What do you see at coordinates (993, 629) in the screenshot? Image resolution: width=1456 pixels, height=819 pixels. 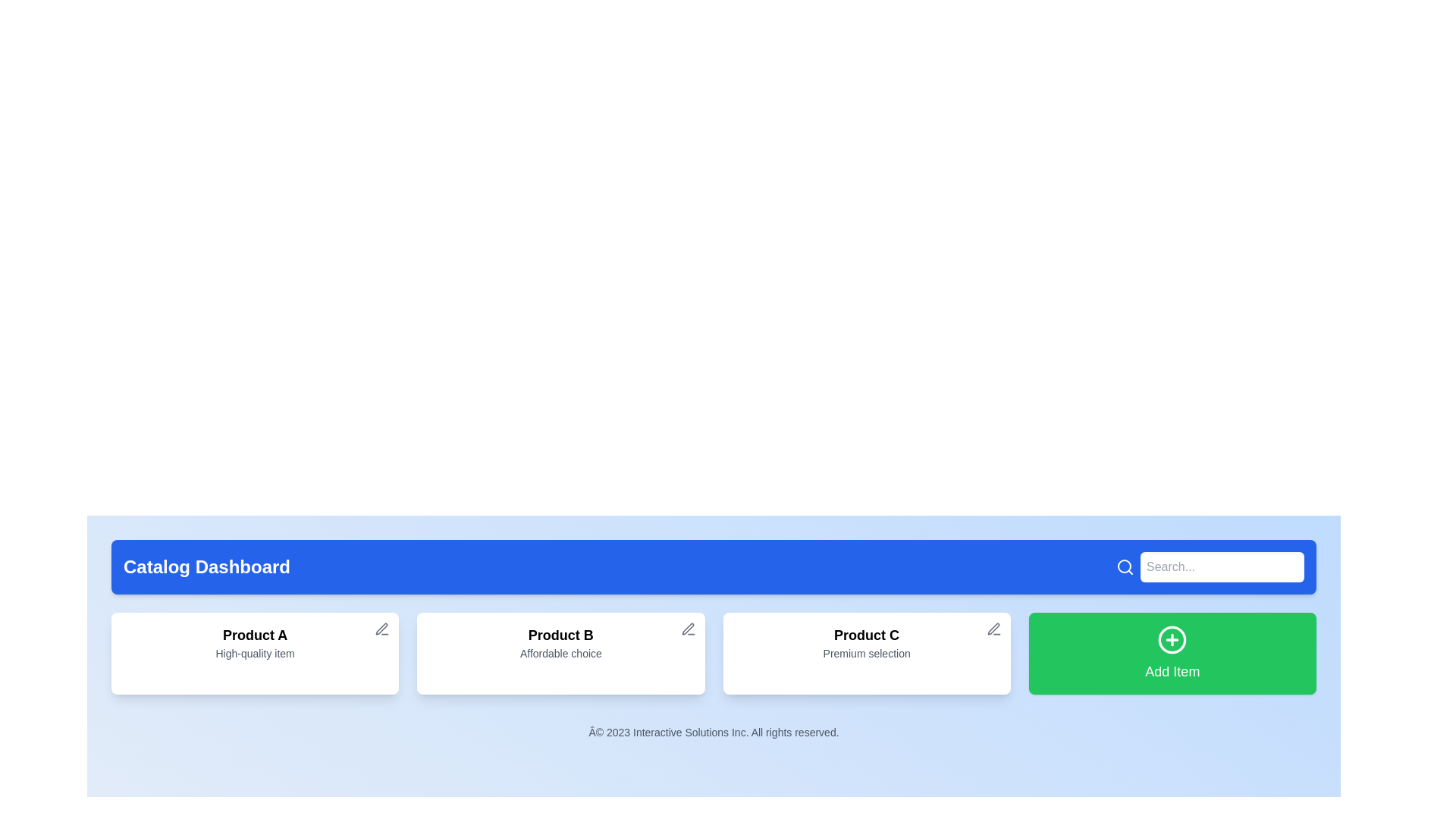 I see `the edit icon button located in the top-right corner of the card labeled 'Product C', which allows users to modify the card content` at bounding box center [993, 629].